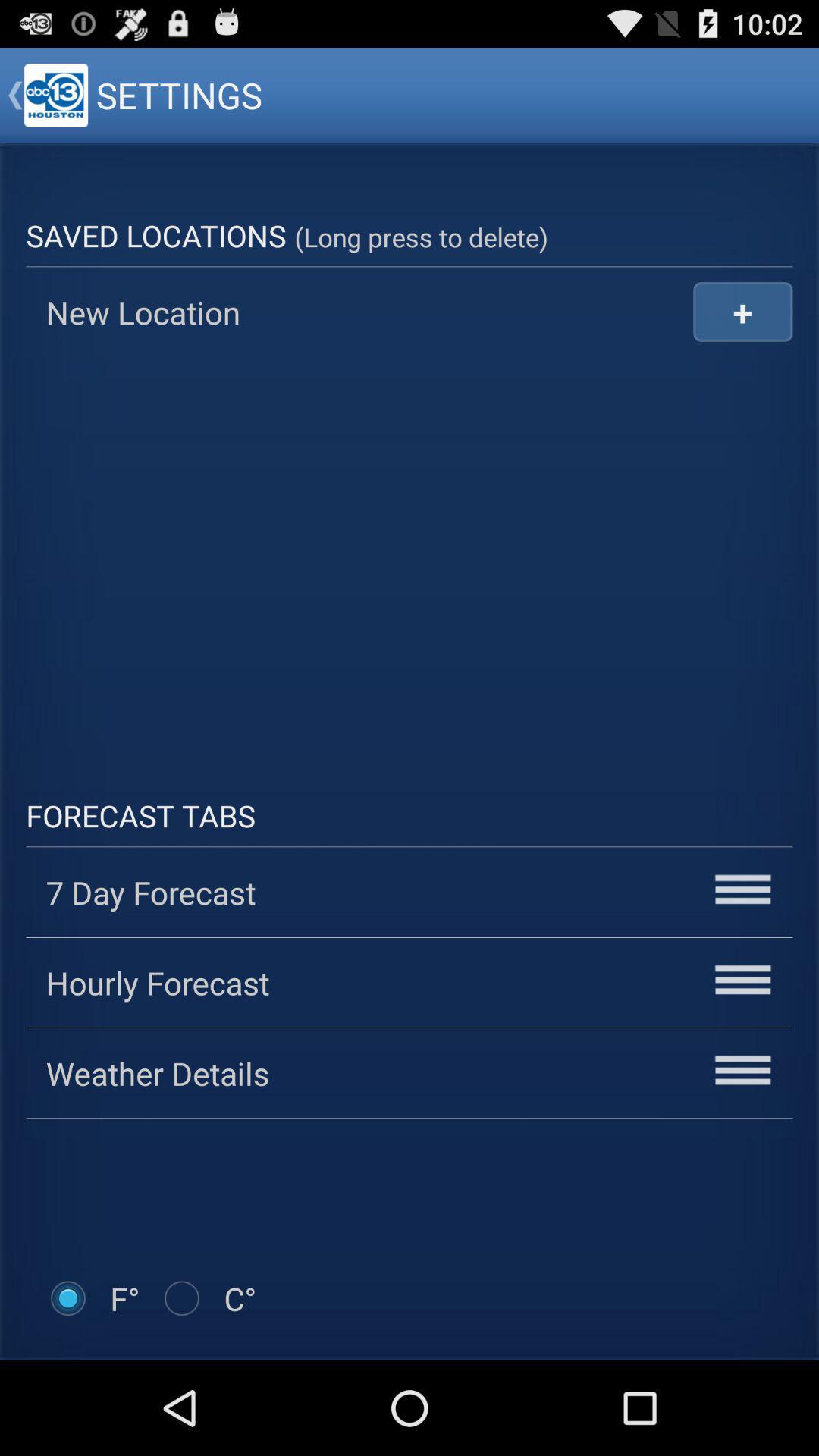 The image size is (819, 1456). I want to click on the icon below weather details icon, so click(208, 1298).